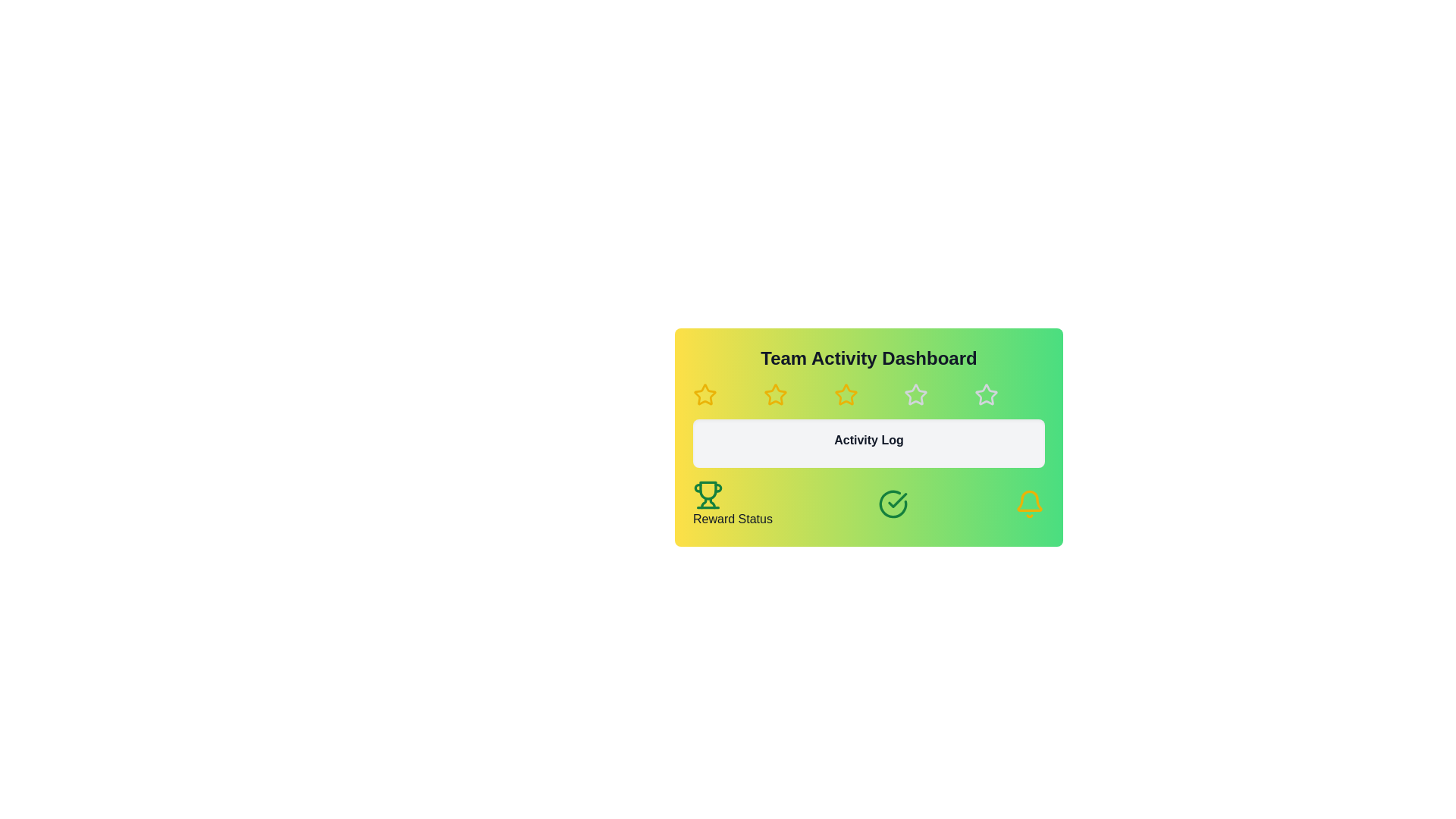 This screenshot has width=1456, height=819. Describe the element at coordinates (987, 394) in the screenshot. I see `the fifth star-shaped icon in a horizontal sequence of six stars, which is outlined in gray, indicating its inactive state` at that location.